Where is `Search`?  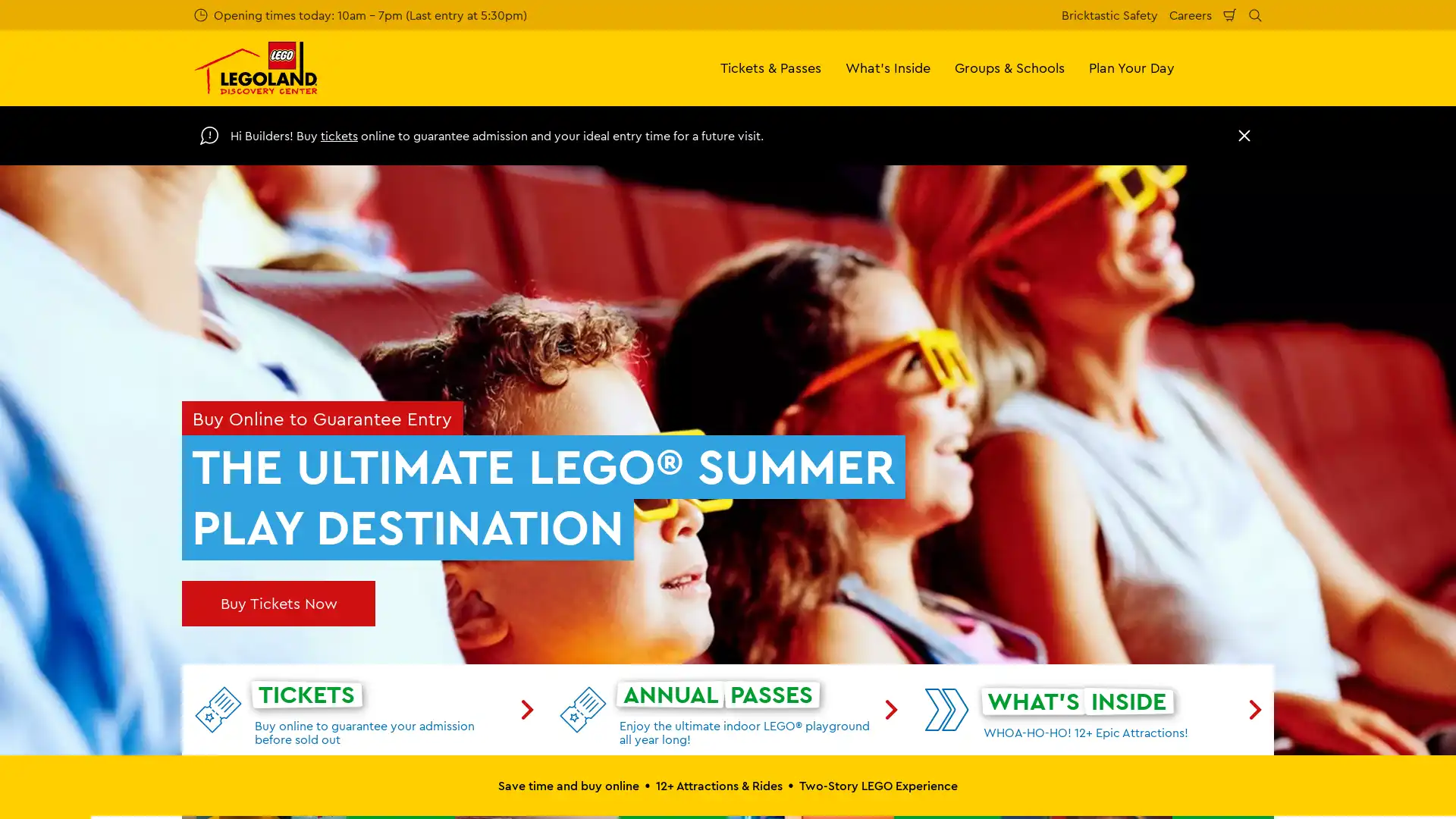
Search is located at coordinates (1255, 14).